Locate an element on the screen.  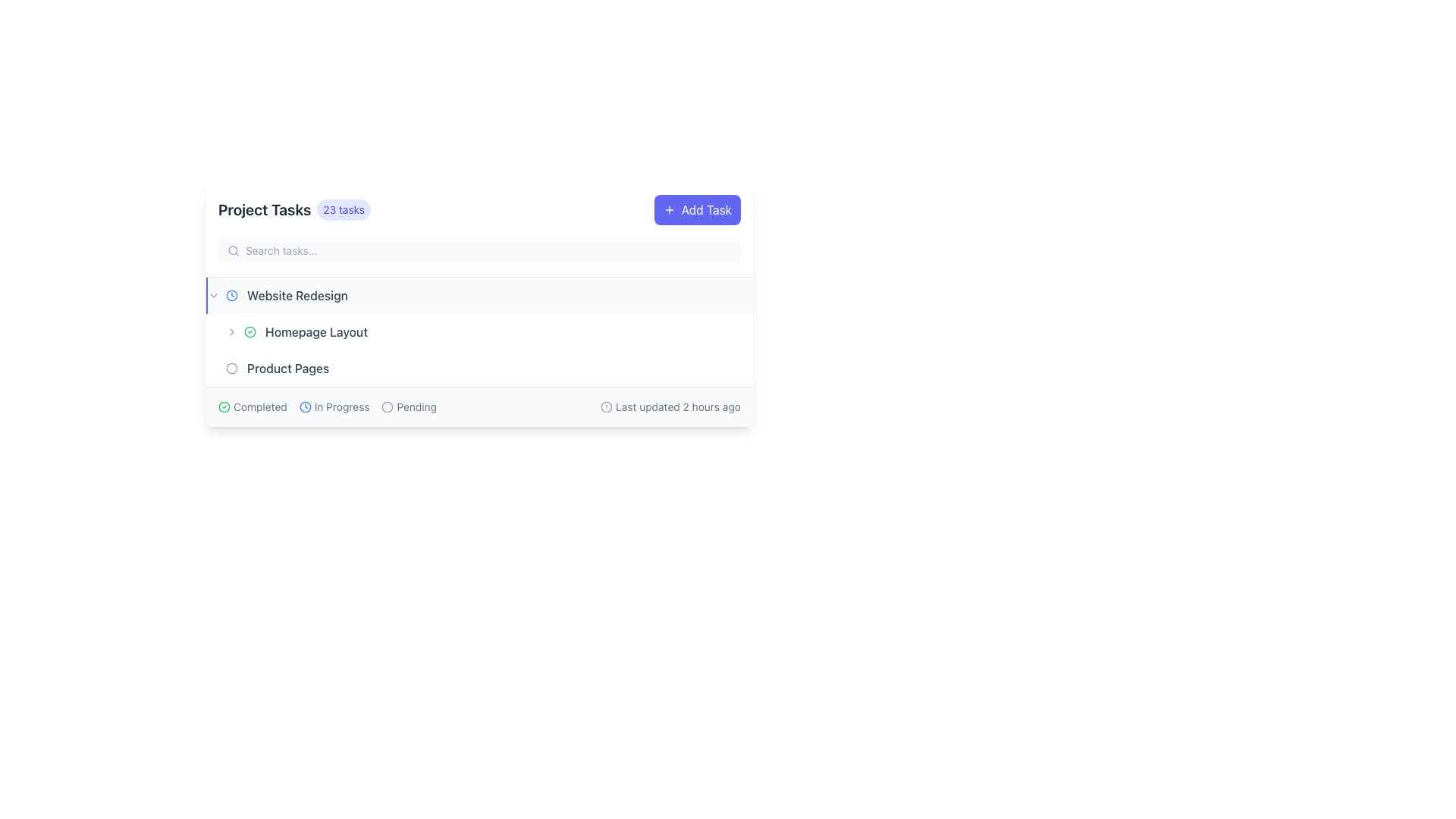
the circular gray outlined icon located to the left of the text 'Product Pages' is located at coordinates (231, 369).